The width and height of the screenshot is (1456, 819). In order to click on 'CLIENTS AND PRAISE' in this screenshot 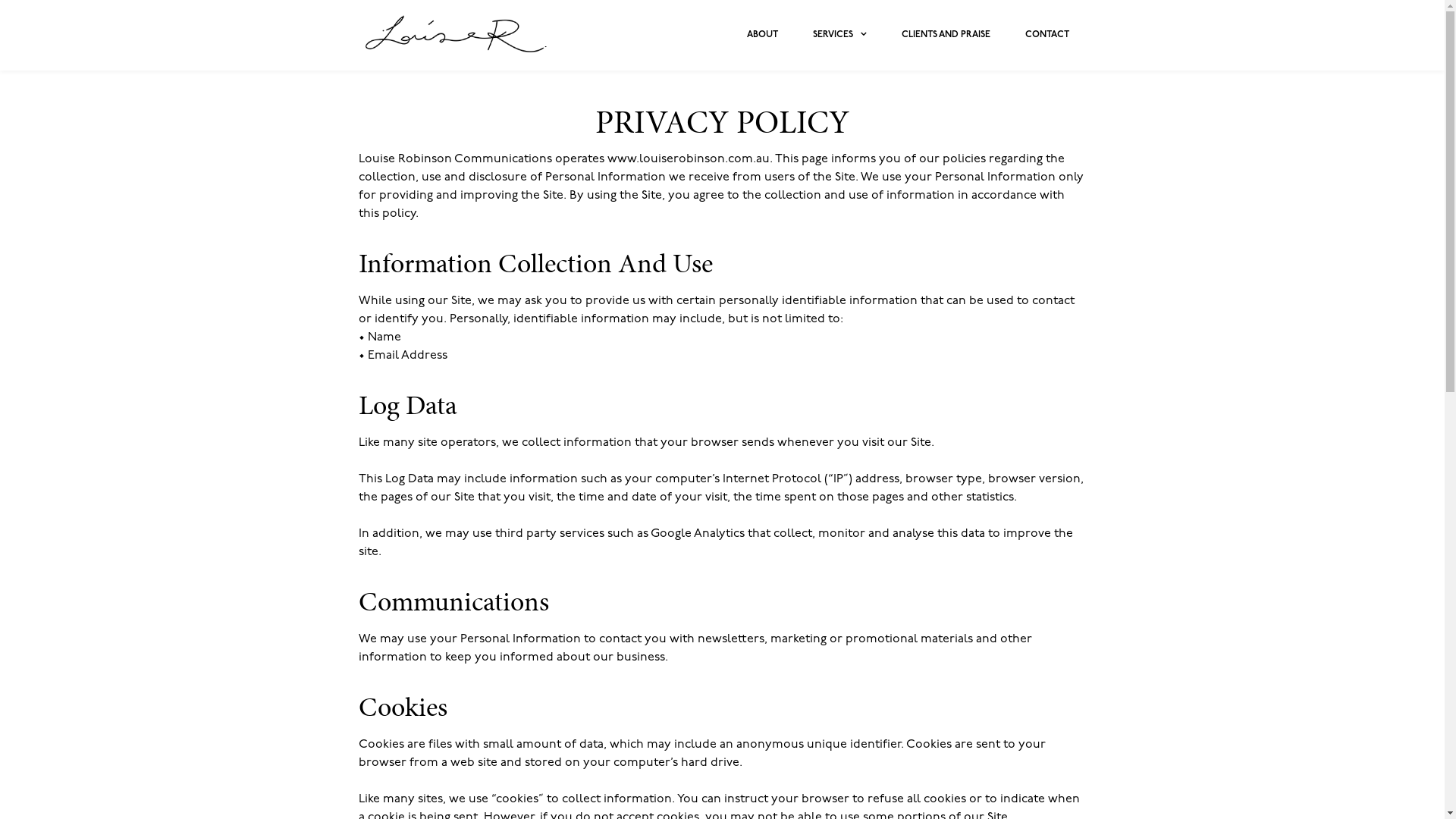, I will do `click(945, 34)`.